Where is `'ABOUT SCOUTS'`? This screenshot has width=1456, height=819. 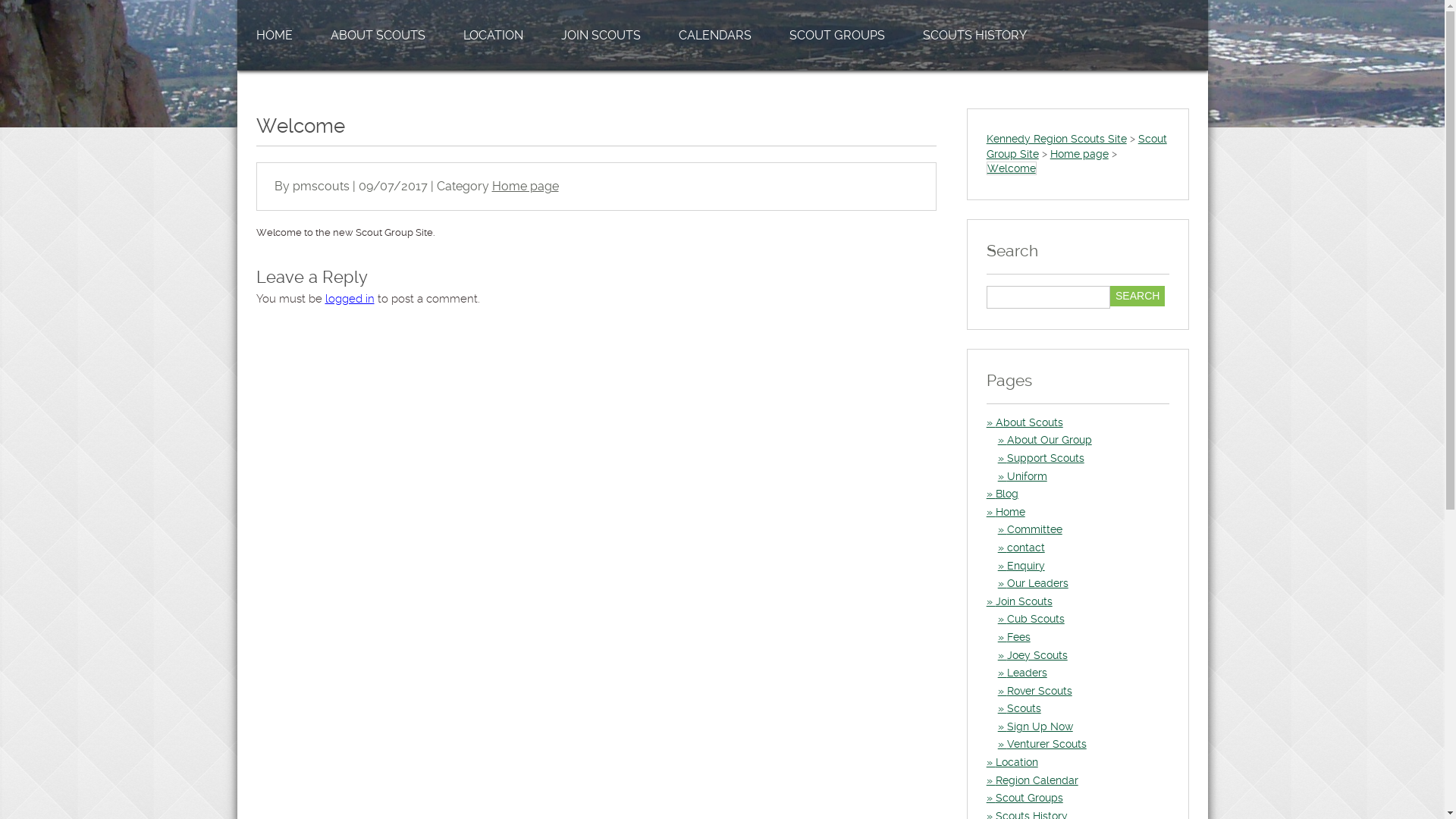
'ABOUT SCOUTS' is located at coordinates (377, 34).